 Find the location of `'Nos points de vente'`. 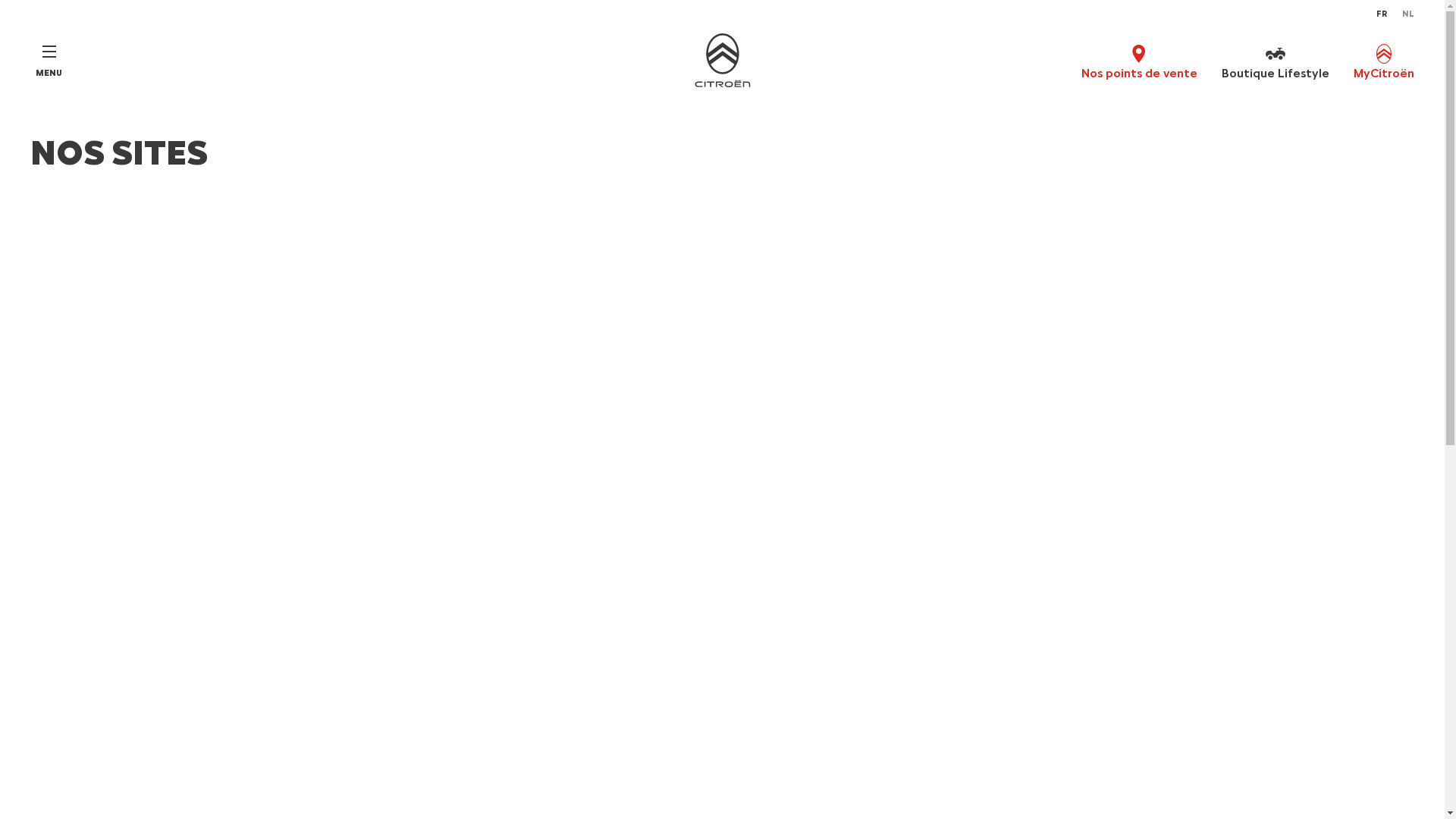

'Nos points de vente' is located at coordinates (1139, 61).